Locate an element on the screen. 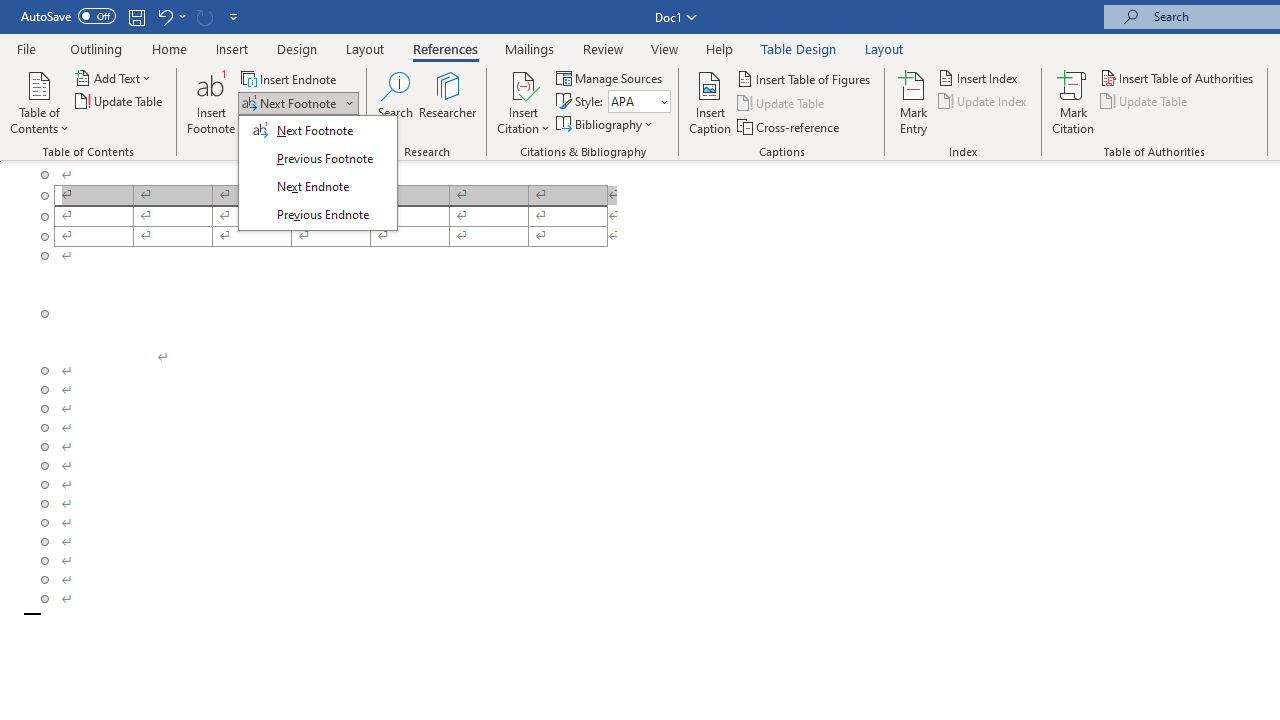  'Mark Citation...' is located at coordinates (1072, 103).